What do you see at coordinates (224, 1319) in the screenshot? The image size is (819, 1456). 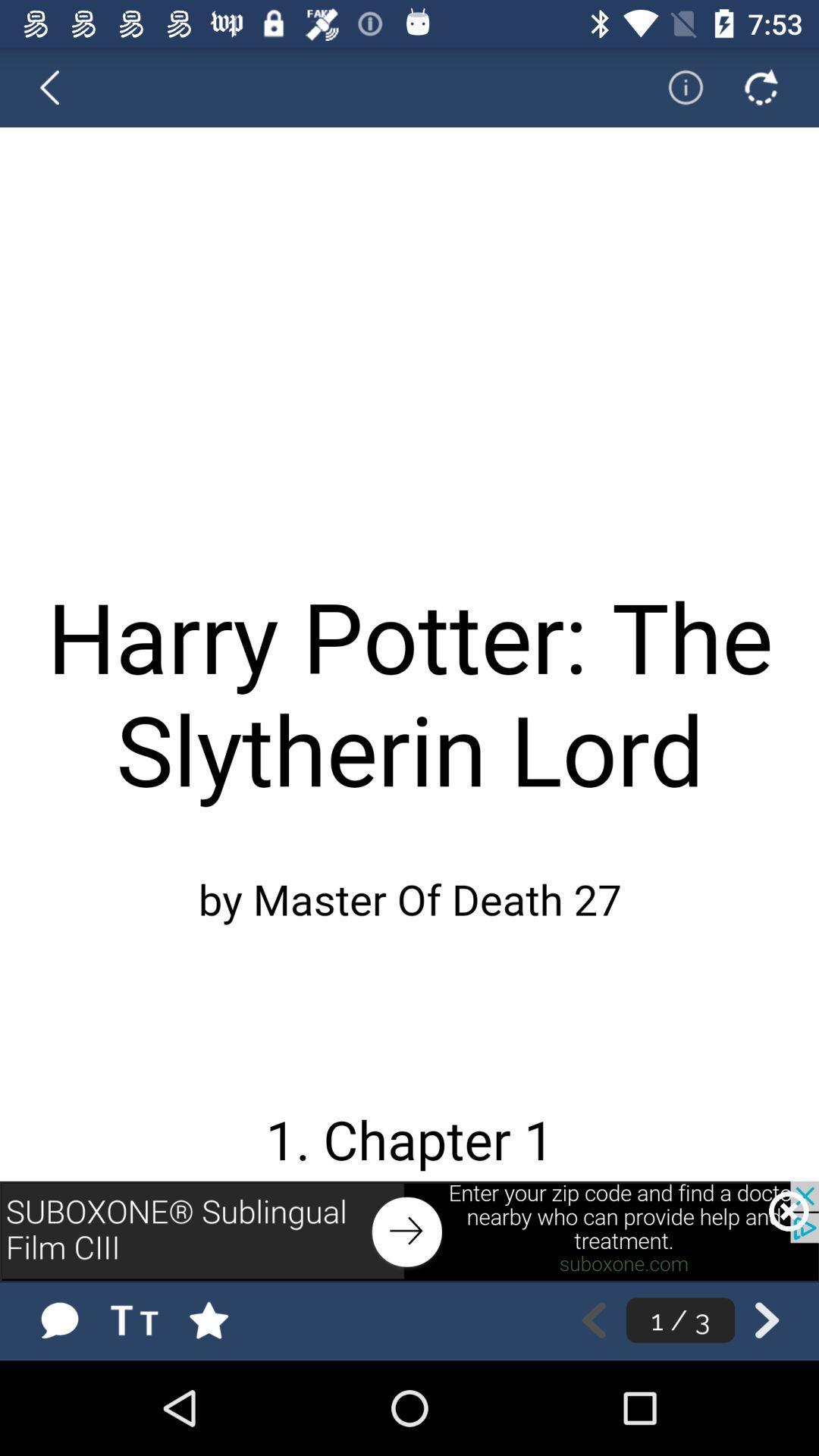 I see `to favourite list` at bounding box center [224, 1319].